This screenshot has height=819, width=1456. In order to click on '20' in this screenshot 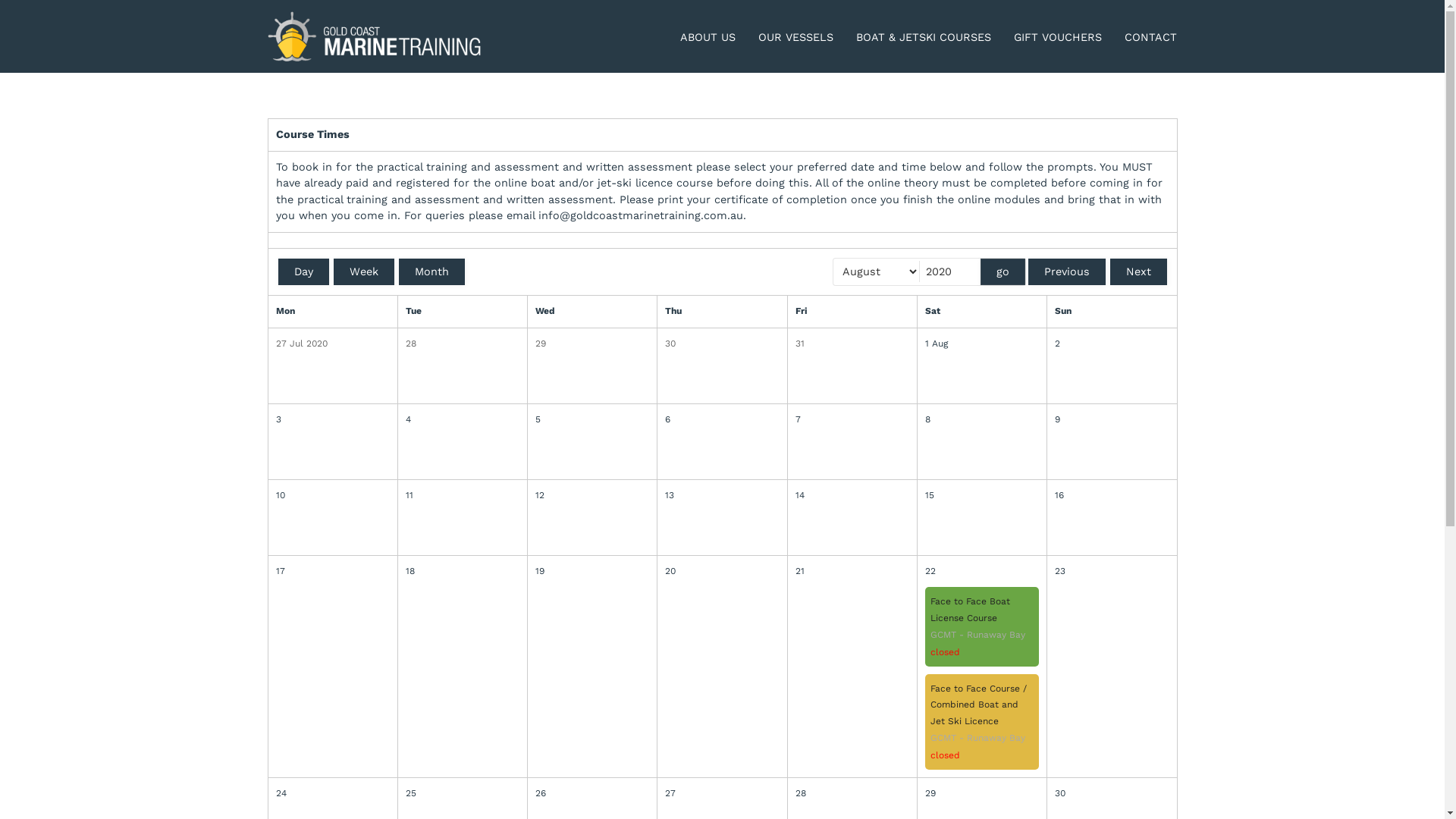, I will do `click(720, 571)`.